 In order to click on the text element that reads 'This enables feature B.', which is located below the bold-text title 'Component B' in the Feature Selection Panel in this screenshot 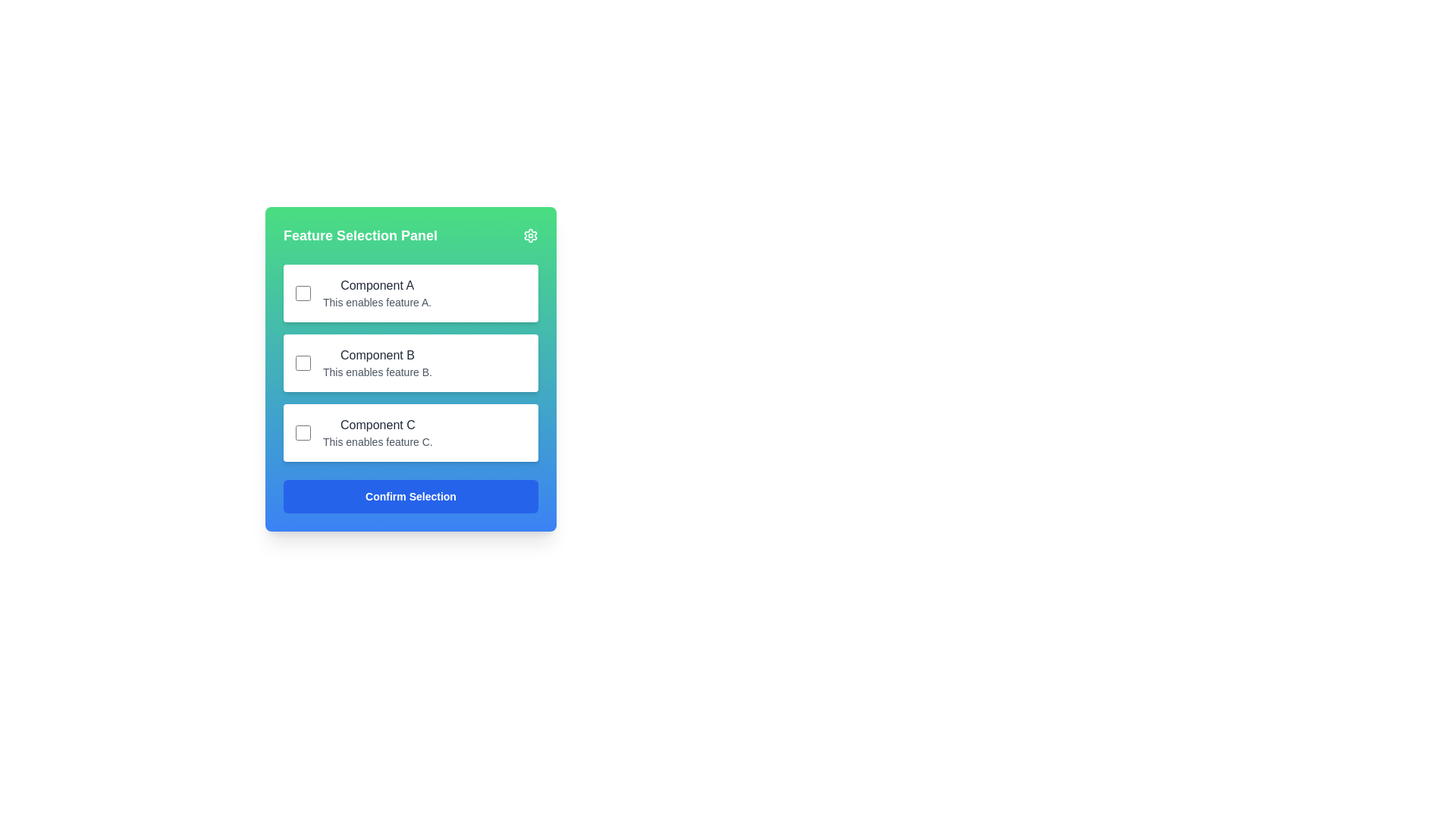, I will do `click(378, 372)`.